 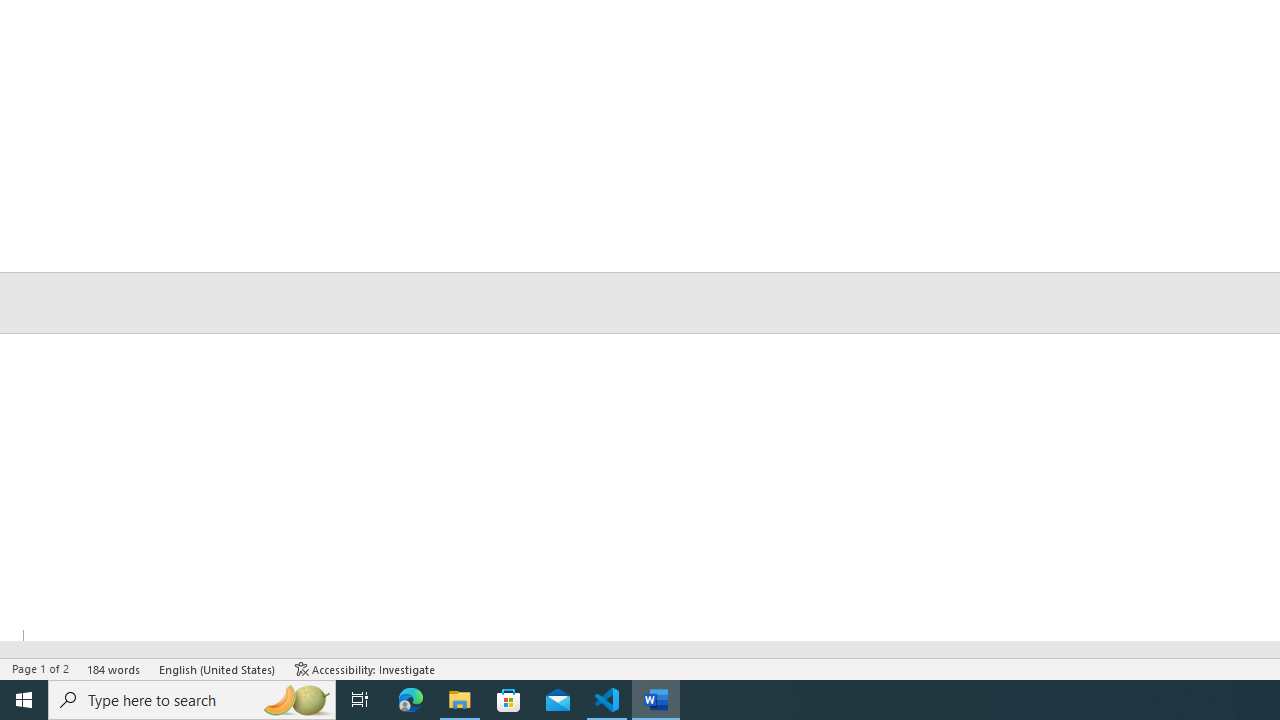 What do you see at coordinates (509, 698) in the screenshot?
I see `'Microsoft Store'` at bounding box center [509, 698].